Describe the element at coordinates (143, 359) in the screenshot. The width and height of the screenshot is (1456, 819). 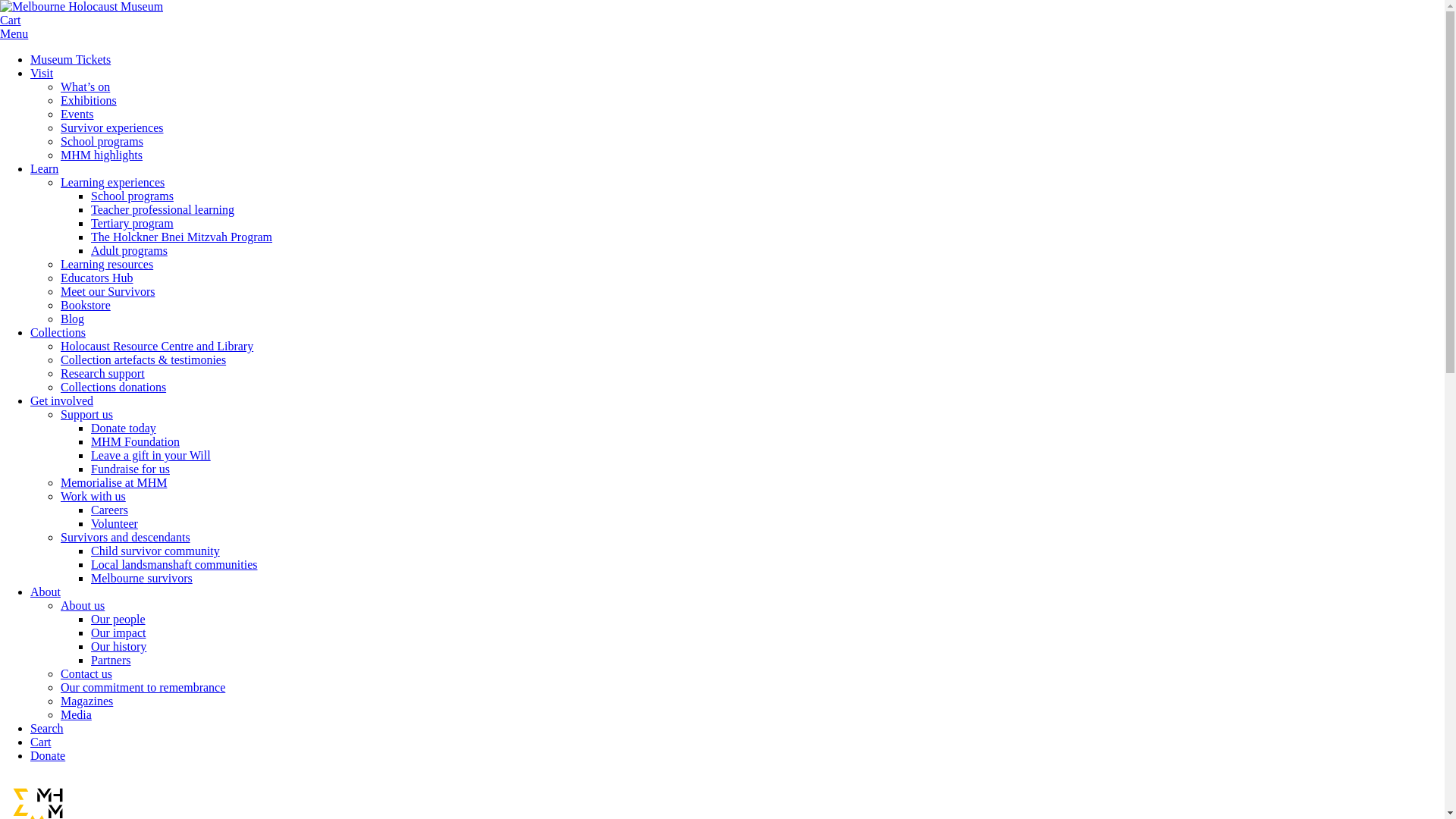
I see `'Collection artefacts & testimonies'` at that location.